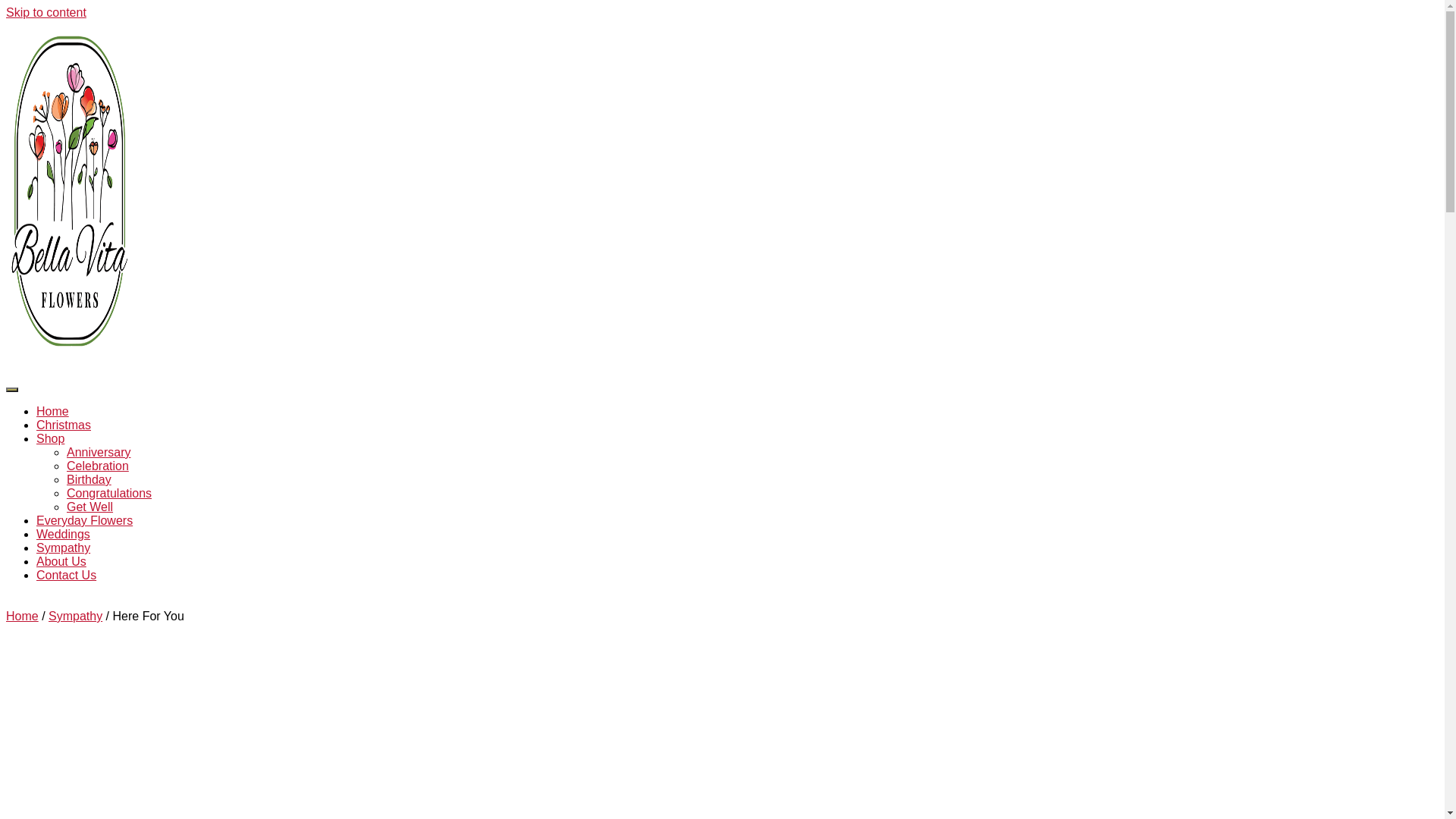  I want to click on 'Home', so click(52, 411).